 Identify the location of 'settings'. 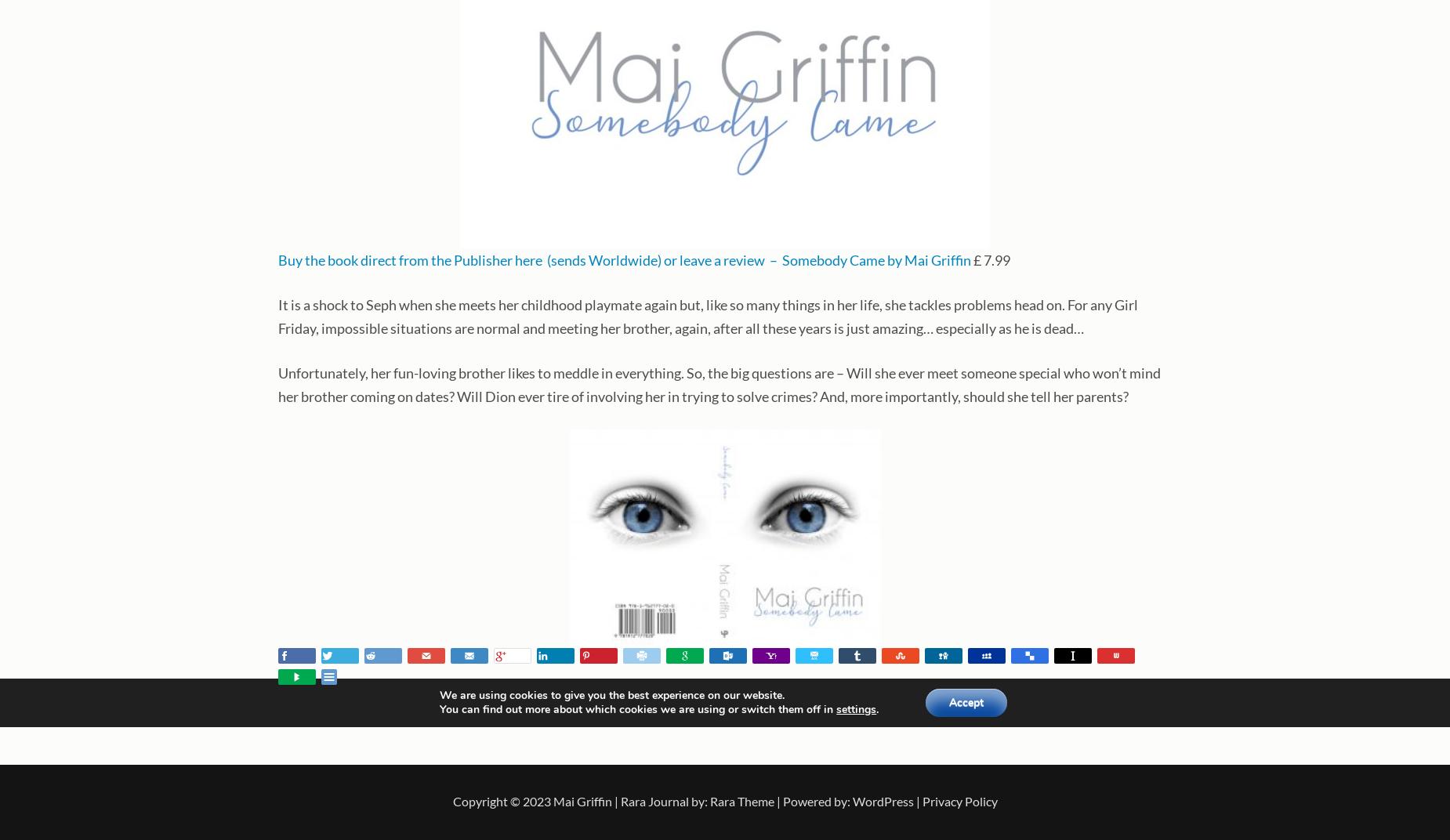
(836, 709).